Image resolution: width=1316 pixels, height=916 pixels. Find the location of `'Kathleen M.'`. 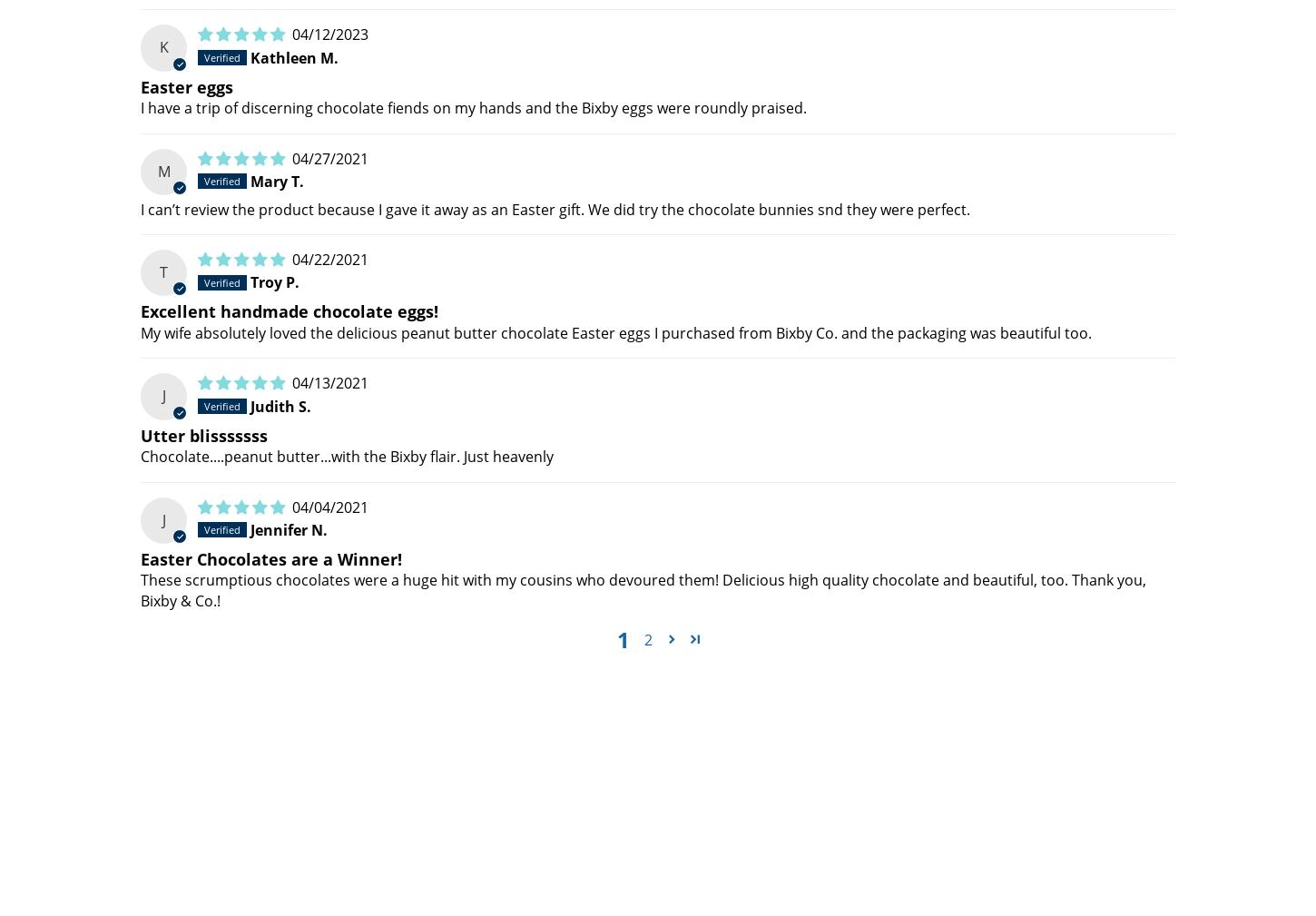

'Kathleen M.' is located at coordinates (294, 56).